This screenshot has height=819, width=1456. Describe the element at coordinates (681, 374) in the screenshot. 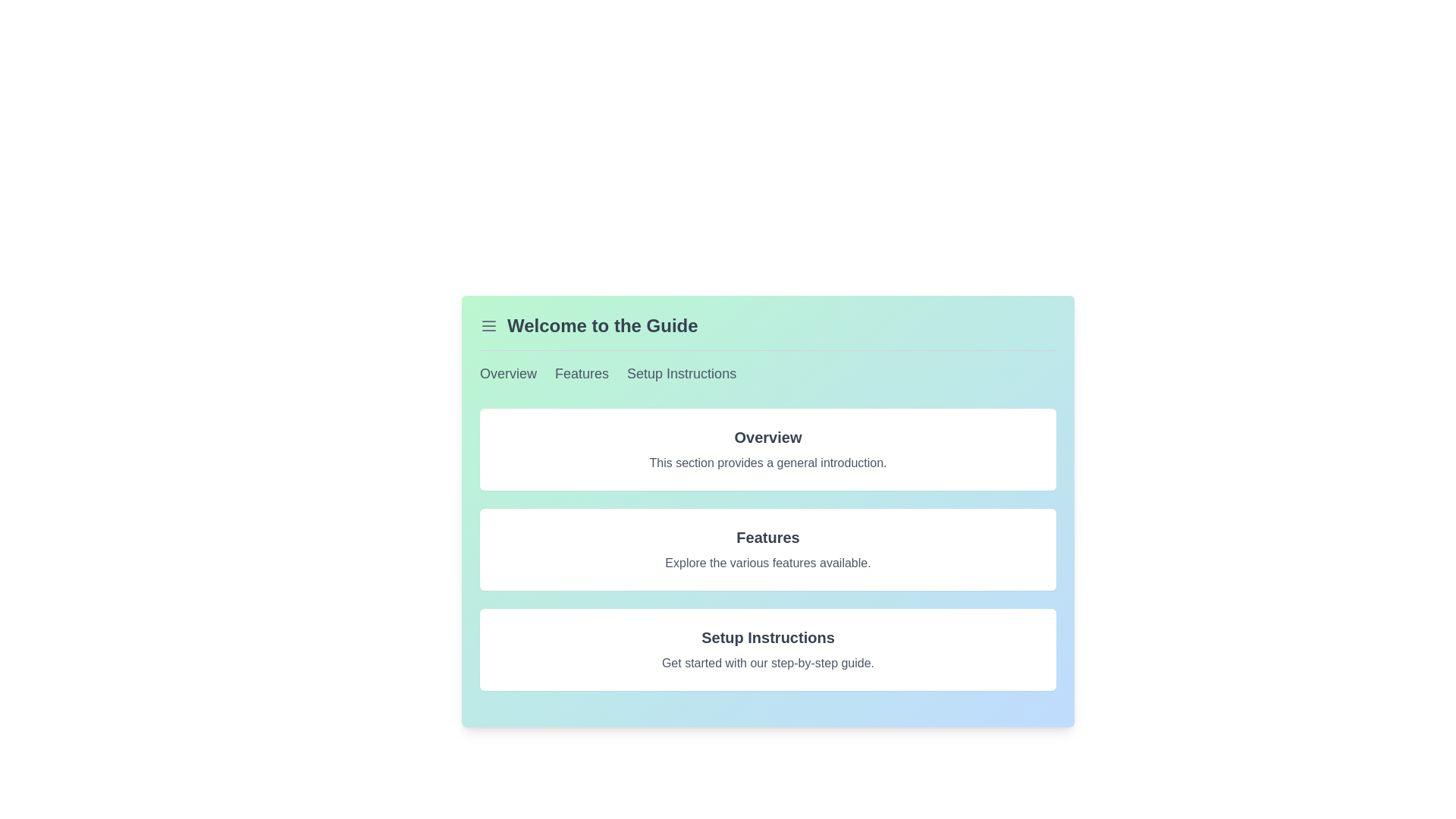

I see `the 'Setup Instructions' hyperlink in the top-level horizontal navigation bar` at that location.